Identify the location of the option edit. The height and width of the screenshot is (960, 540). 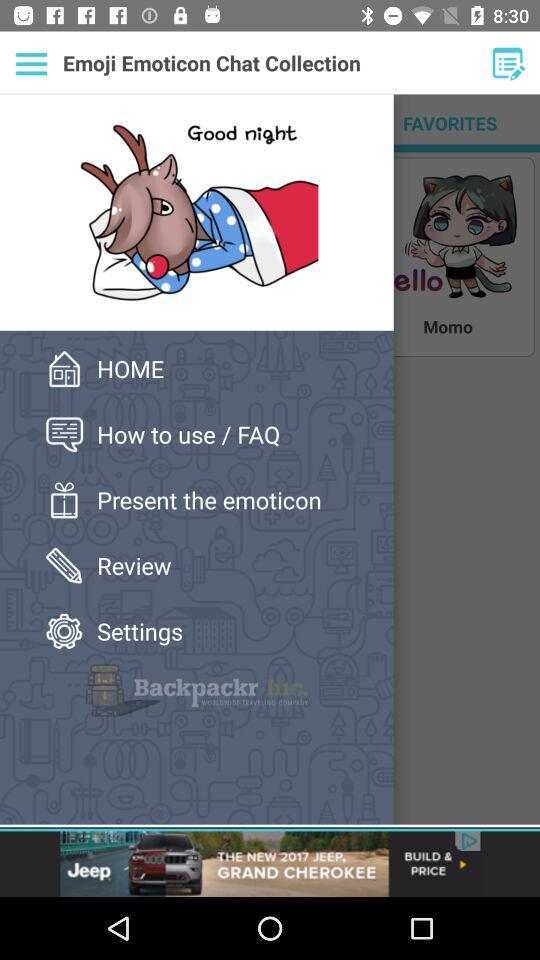
(508, 64).